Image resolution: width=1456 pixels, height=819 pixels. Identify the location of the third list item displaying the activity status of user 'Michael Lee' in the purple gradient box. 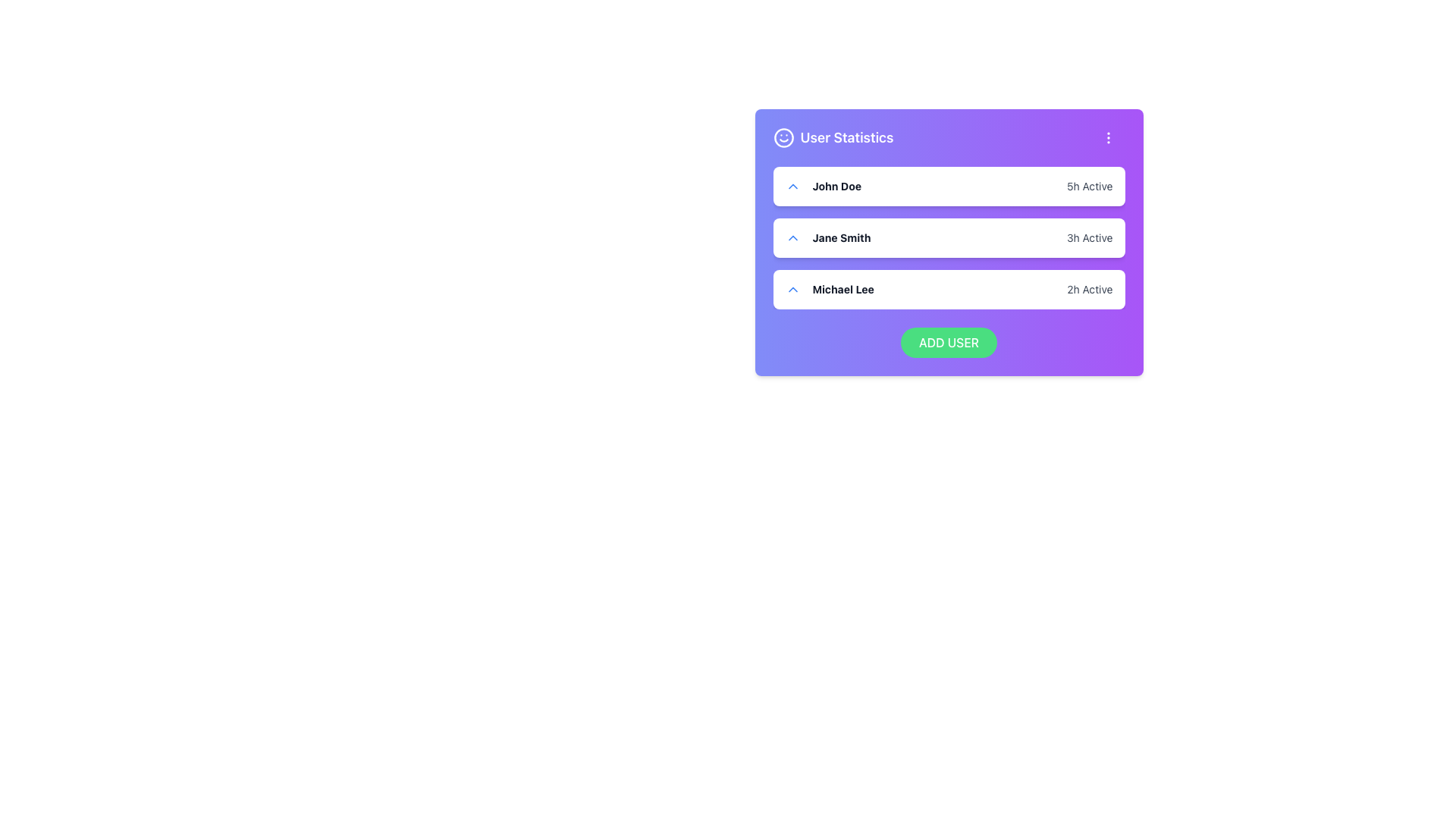
(948, 275).